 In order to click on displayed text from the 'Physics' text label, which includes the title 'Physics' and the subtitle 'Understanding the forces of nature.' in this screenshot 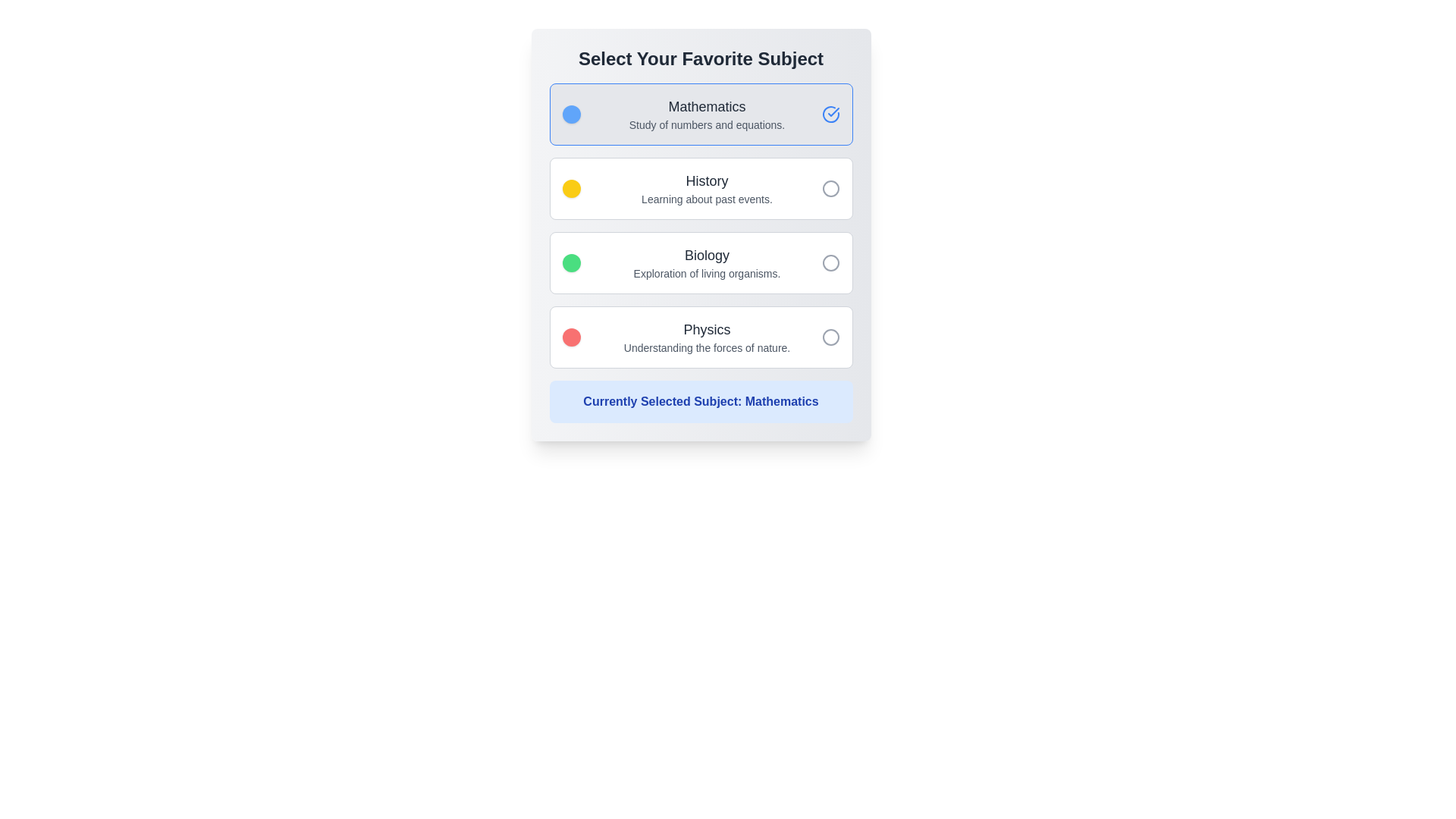, I will do `click(706, 336)`.